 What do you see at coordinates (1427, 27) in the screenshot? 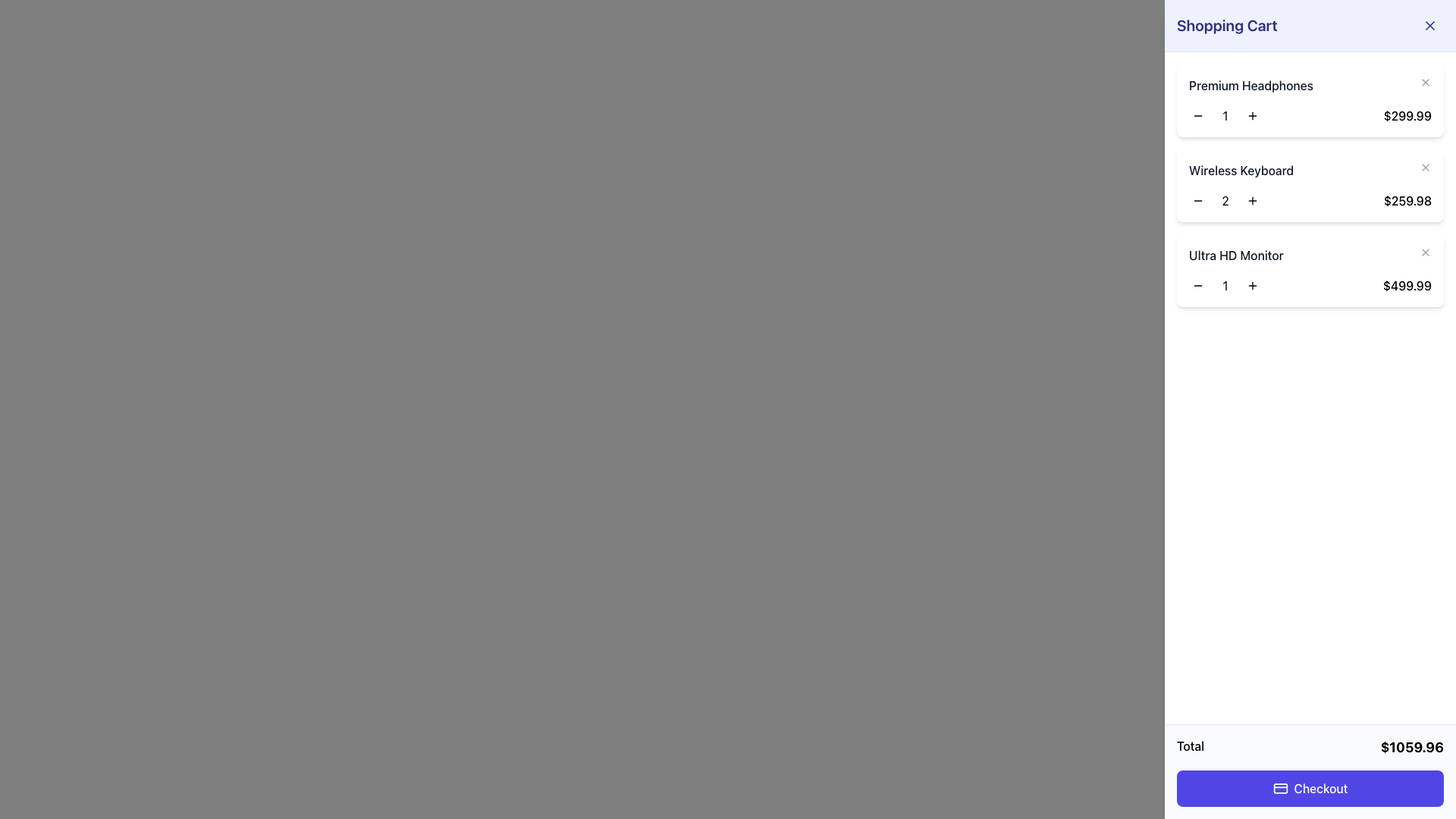
I see `the close button located at the top-right corner of the sidebar, adjacent to the 'Shopping Cart' label` at bounding box center [1427, 27].